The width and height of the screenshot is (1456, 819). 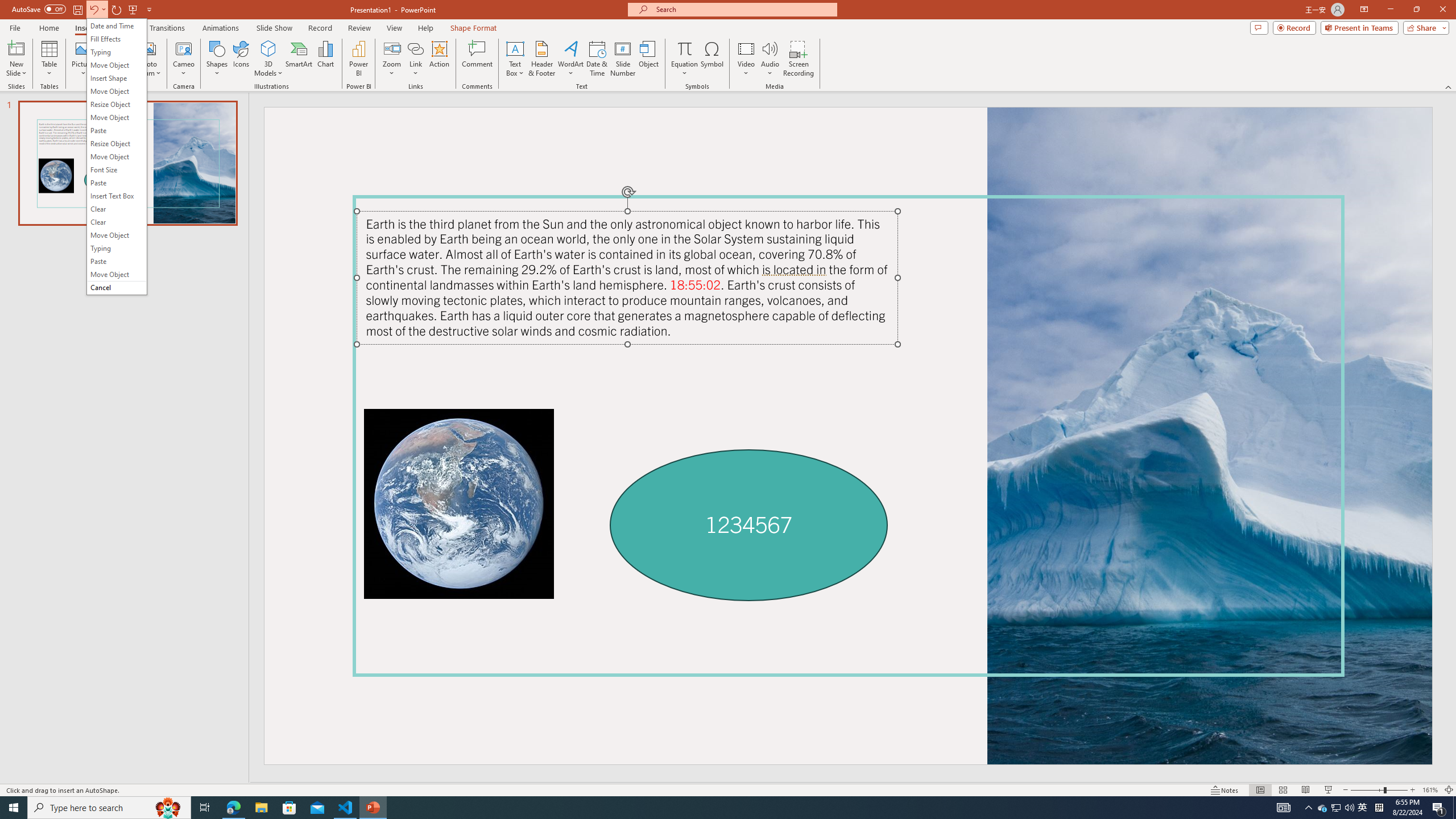 What do you see at coordinates (515, 59) in the screenshot?
I see `'Text Box'` at bounding box center [515, 59].